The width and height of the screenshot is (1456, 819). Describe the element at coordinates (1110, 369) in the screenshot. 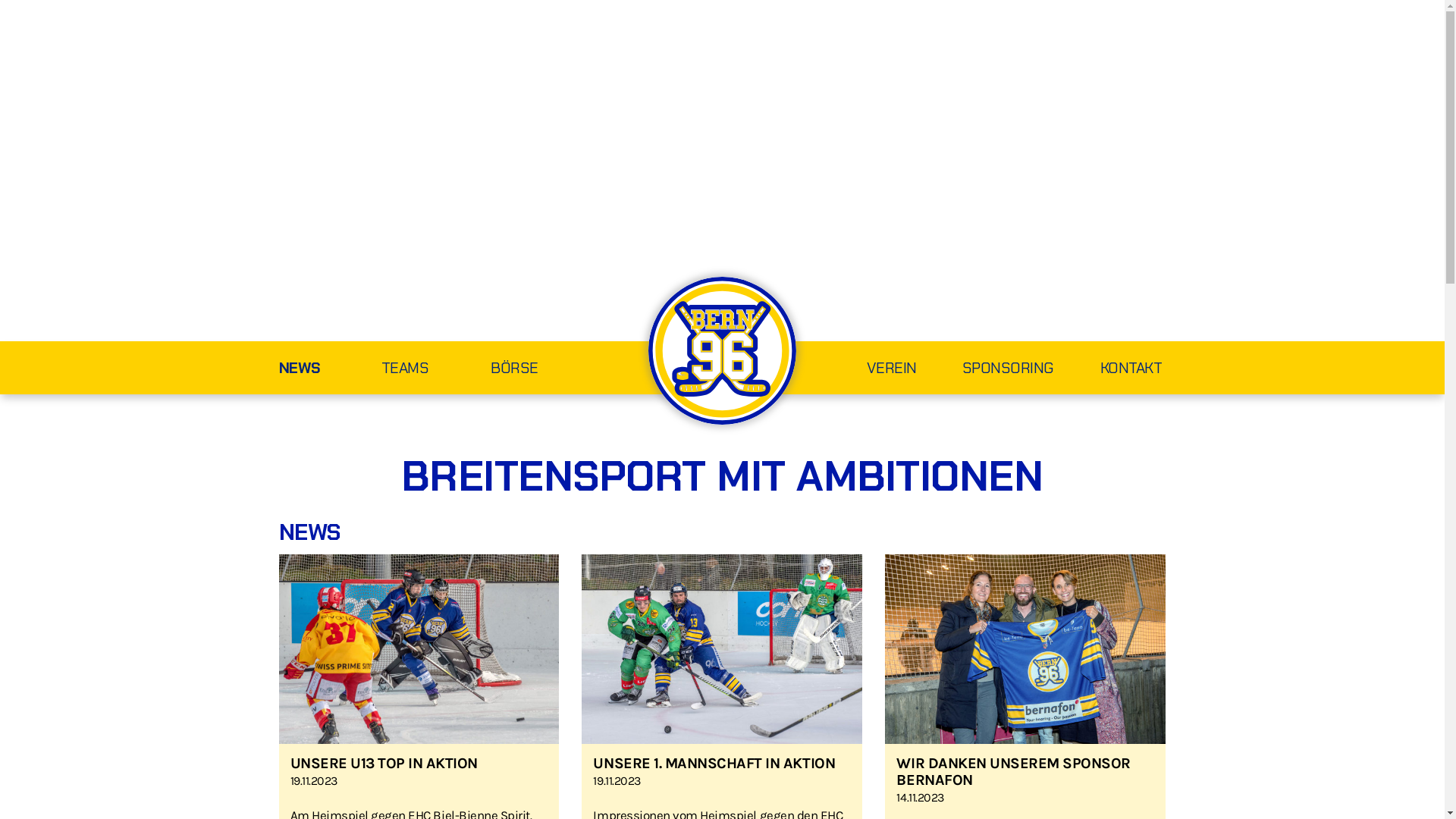

I see `'KONTAKT'` at that location.